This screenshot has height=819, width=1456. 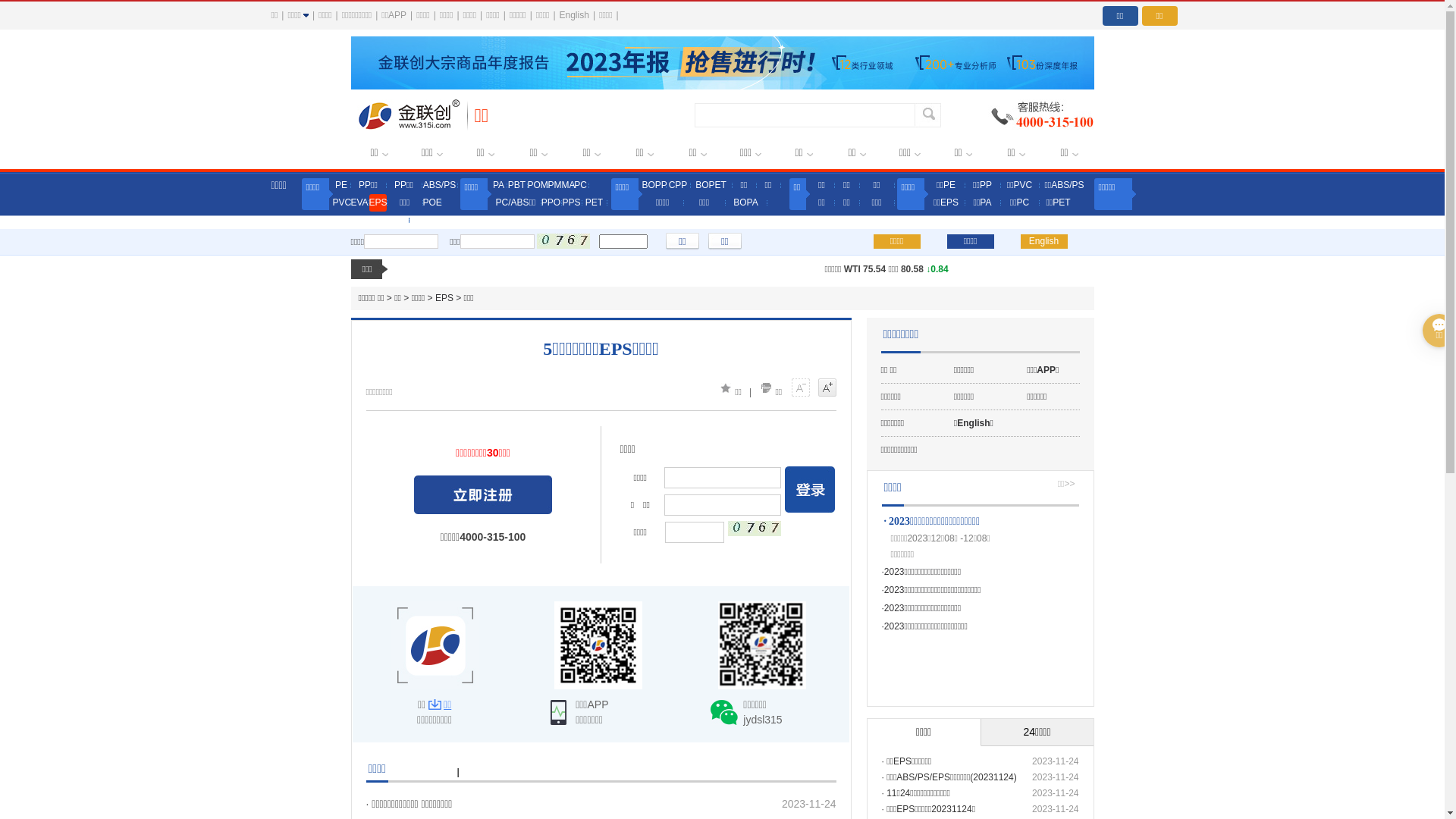 I want to click on 'PE', so click(x=340, y=184).